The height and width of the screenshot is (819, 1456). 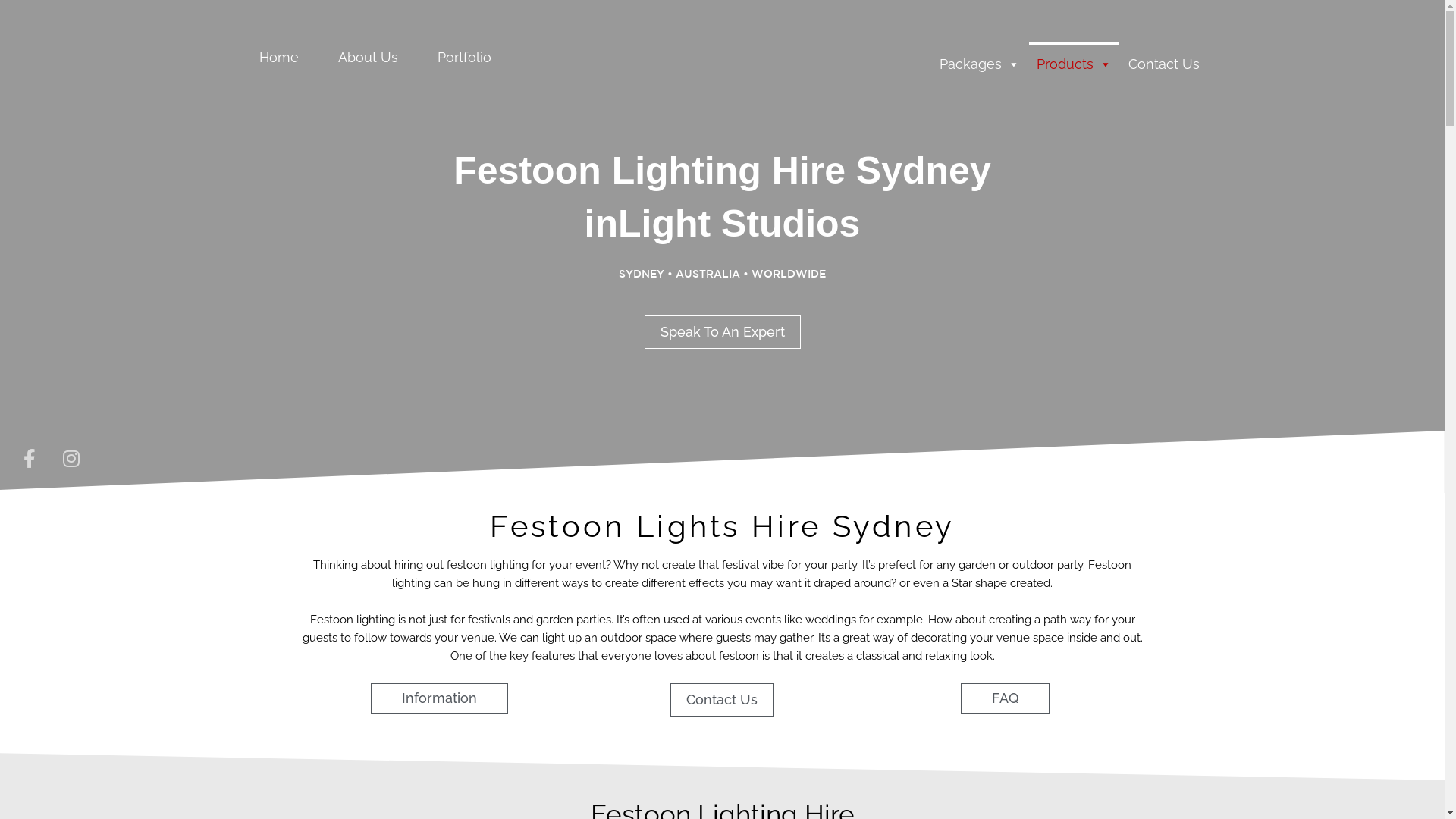 What do you see at coordinates (1163, 57) in the screenshot?
I see `'Contact Us'` at bounding box center [1163, 57].